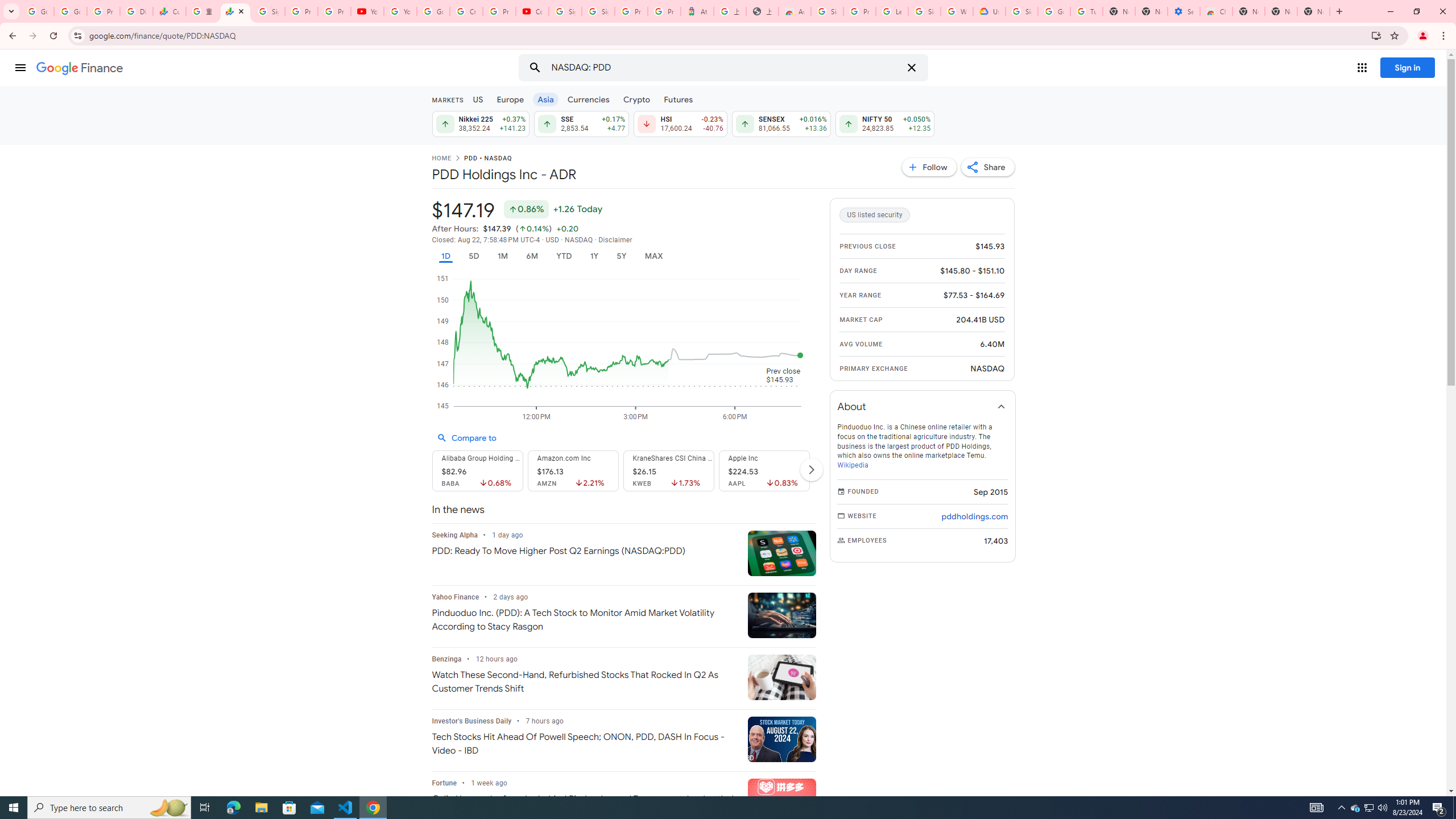 This screenshot has width=1456, height=819. Describe the element at coordinates (974, 516) in the screenshot. I see `'pddholdings.com'` at that location.